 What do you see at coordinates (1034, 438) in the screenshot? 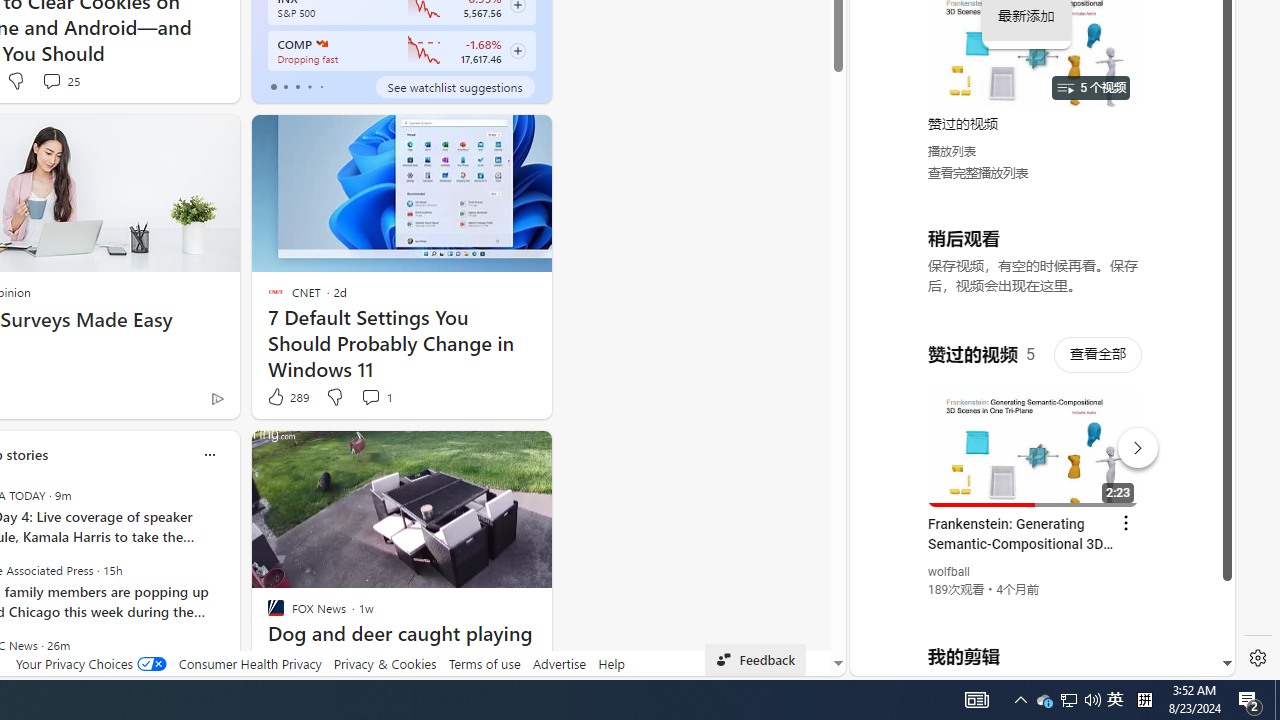
I see `'#you'` at bounding box center [1034, 438].